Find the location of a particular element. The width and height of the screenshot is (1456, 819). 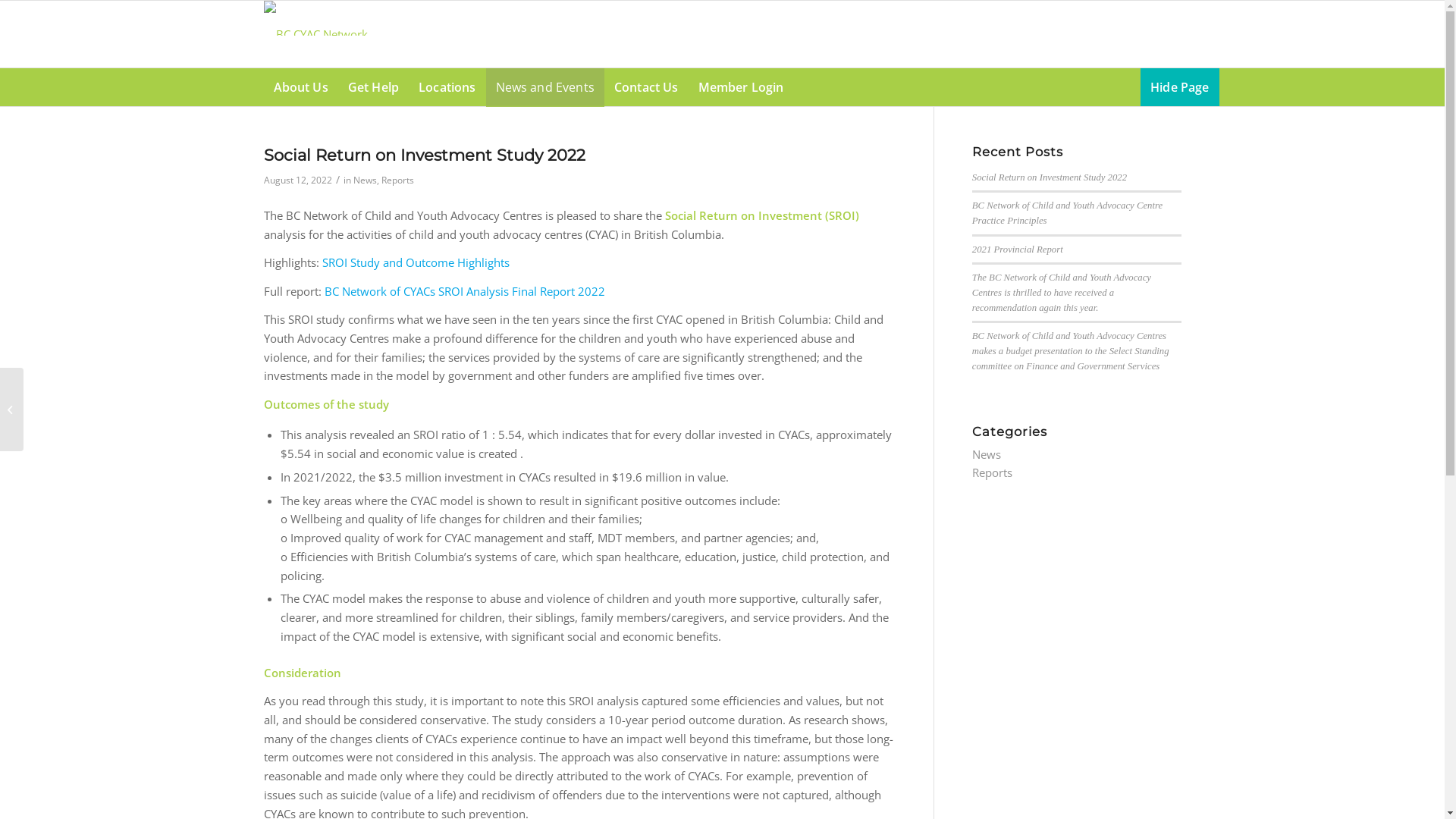

'Hide Page' is located at coordinates (1178, 87).